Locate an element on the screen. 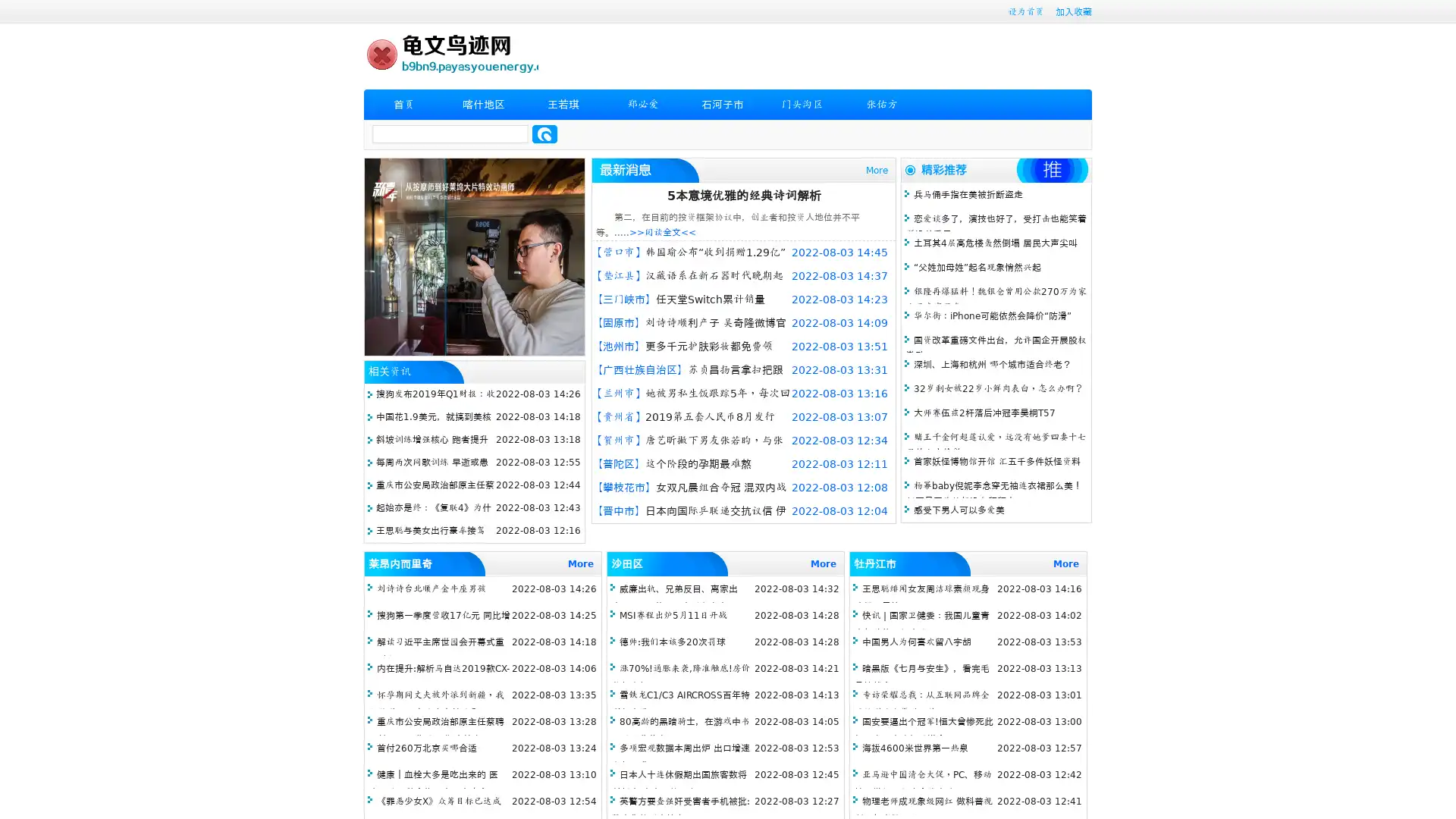 This screenshot has height=819, width=1456. Search is located at coordinates (544, 133).